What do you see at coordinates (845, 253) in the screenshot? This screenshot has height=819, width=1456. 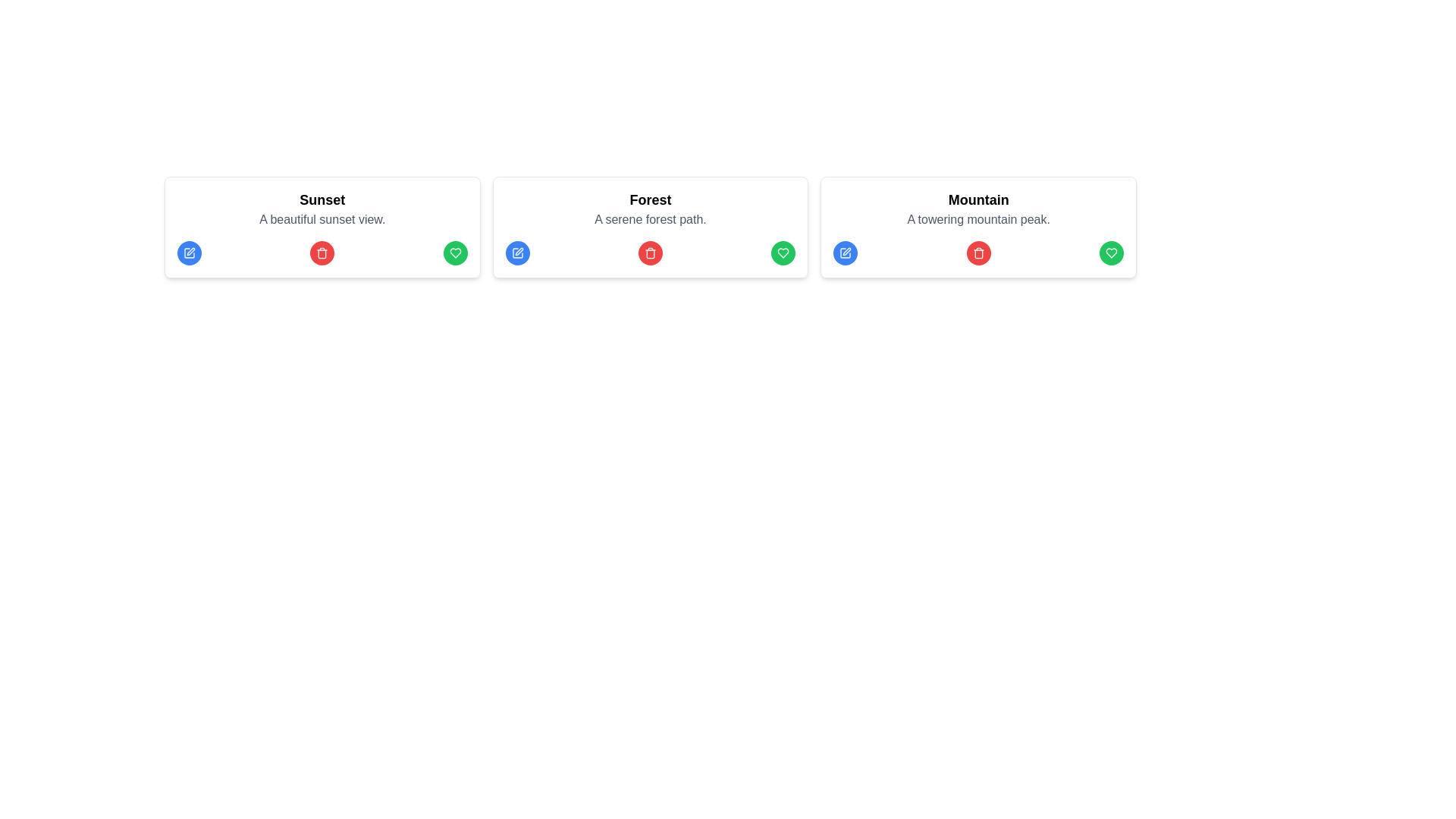 I see `the vector graphic element styled with strokes in a neutral color, located within the blue circular button next to the title 'Mountain' in the third card` at bounding box center [845, 253].